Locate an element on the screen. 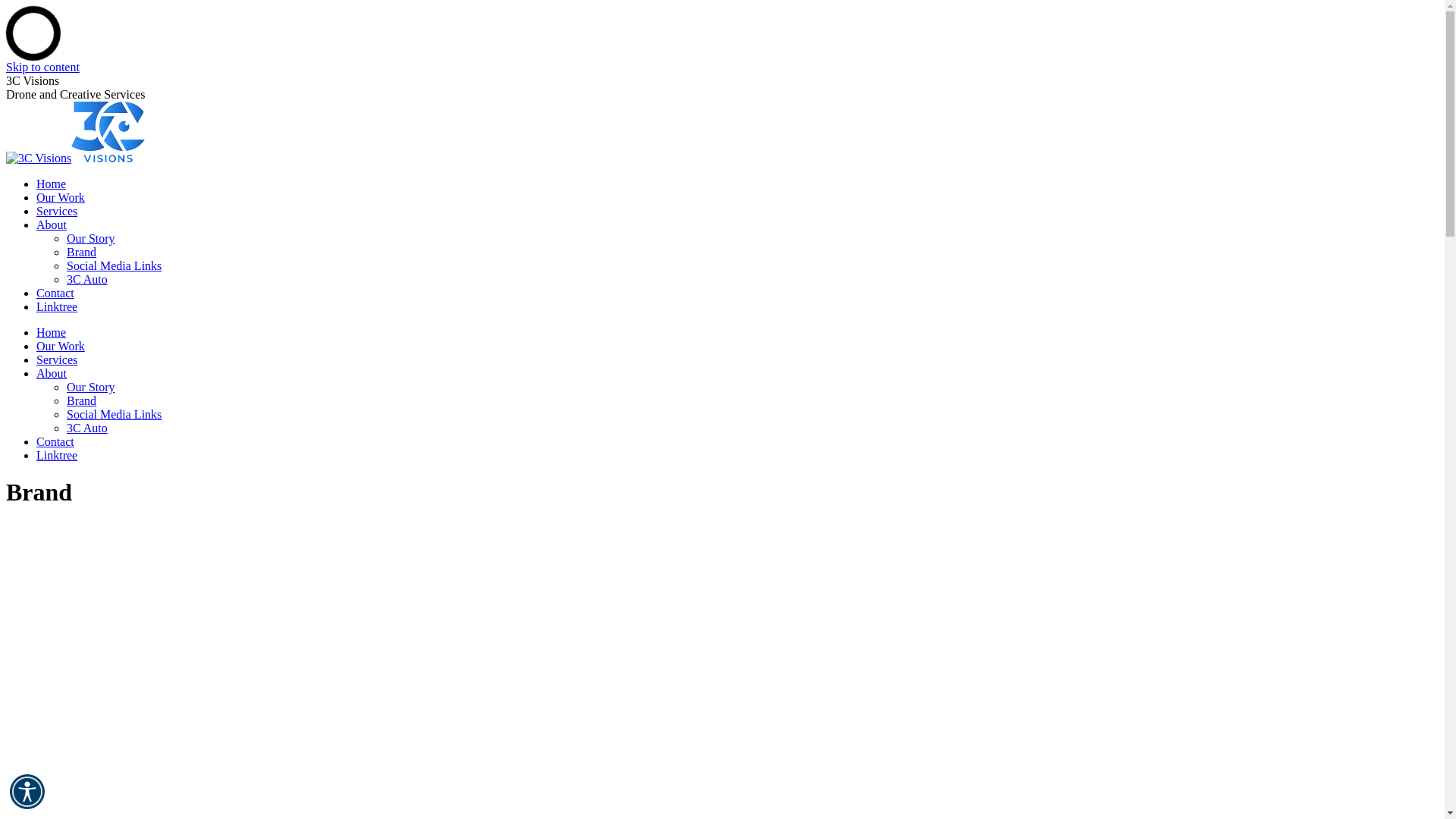 The width and height of the screenshot is (1456, 819). 'Brand' is located at coordinates (80, 400).